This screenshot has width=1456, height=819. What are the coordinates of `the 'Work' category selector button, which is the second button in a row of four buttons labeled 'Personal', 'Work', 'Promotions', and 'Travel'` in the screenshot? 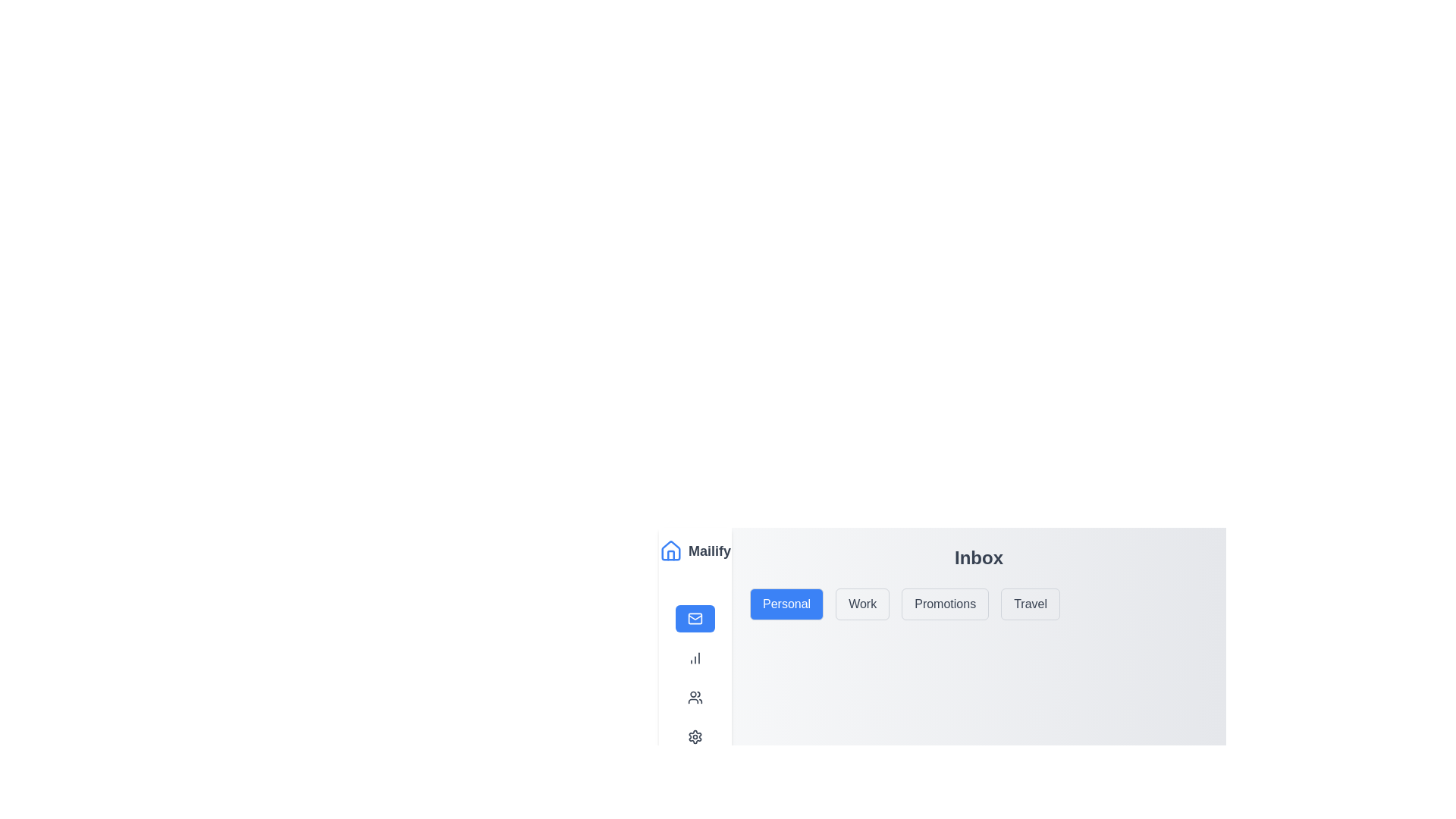 It's located at (862, 604).